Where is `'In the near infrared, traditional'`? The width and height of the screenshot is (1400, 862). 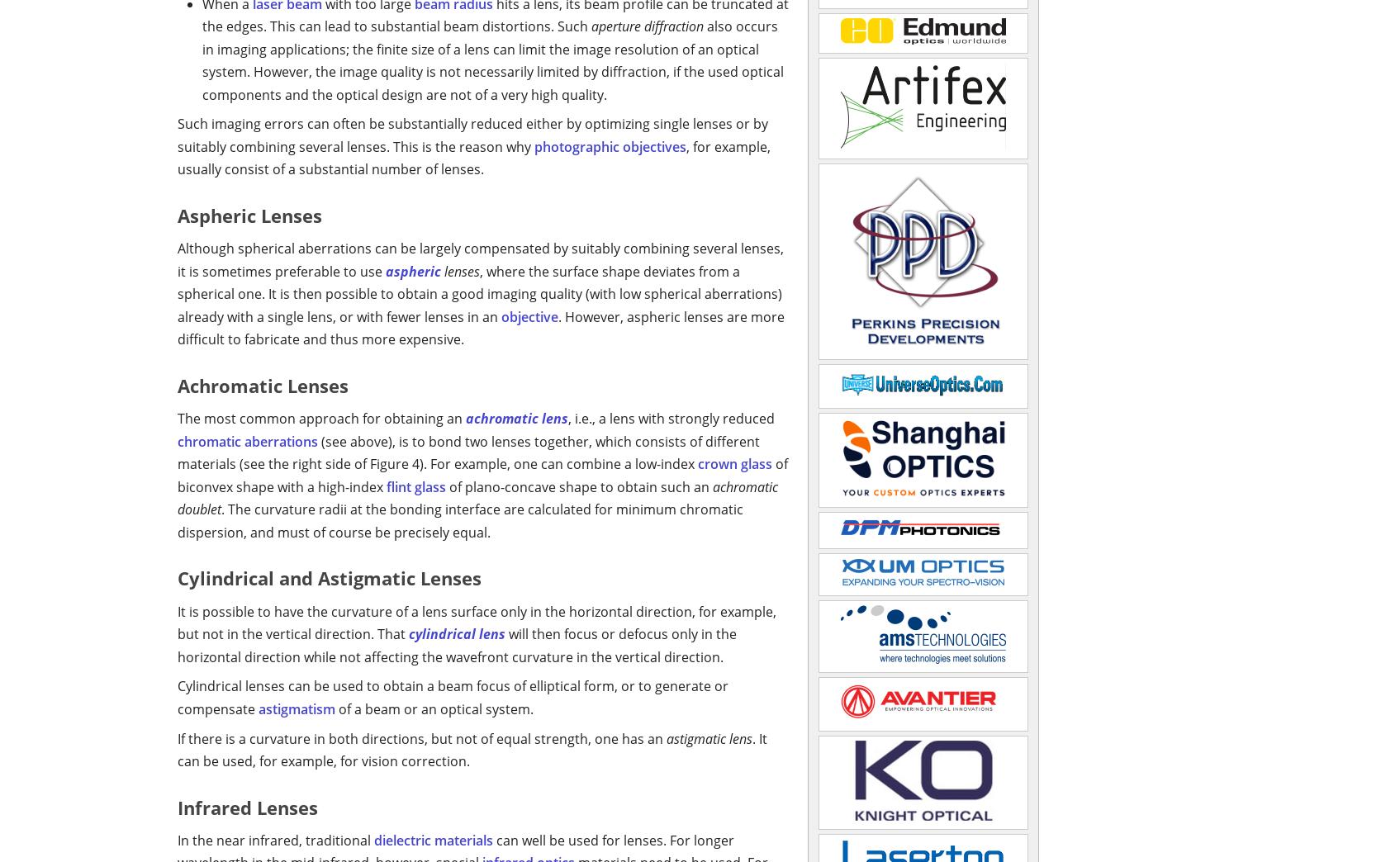 'In the near infrared, traditional' is located at coordinates (275, 839).